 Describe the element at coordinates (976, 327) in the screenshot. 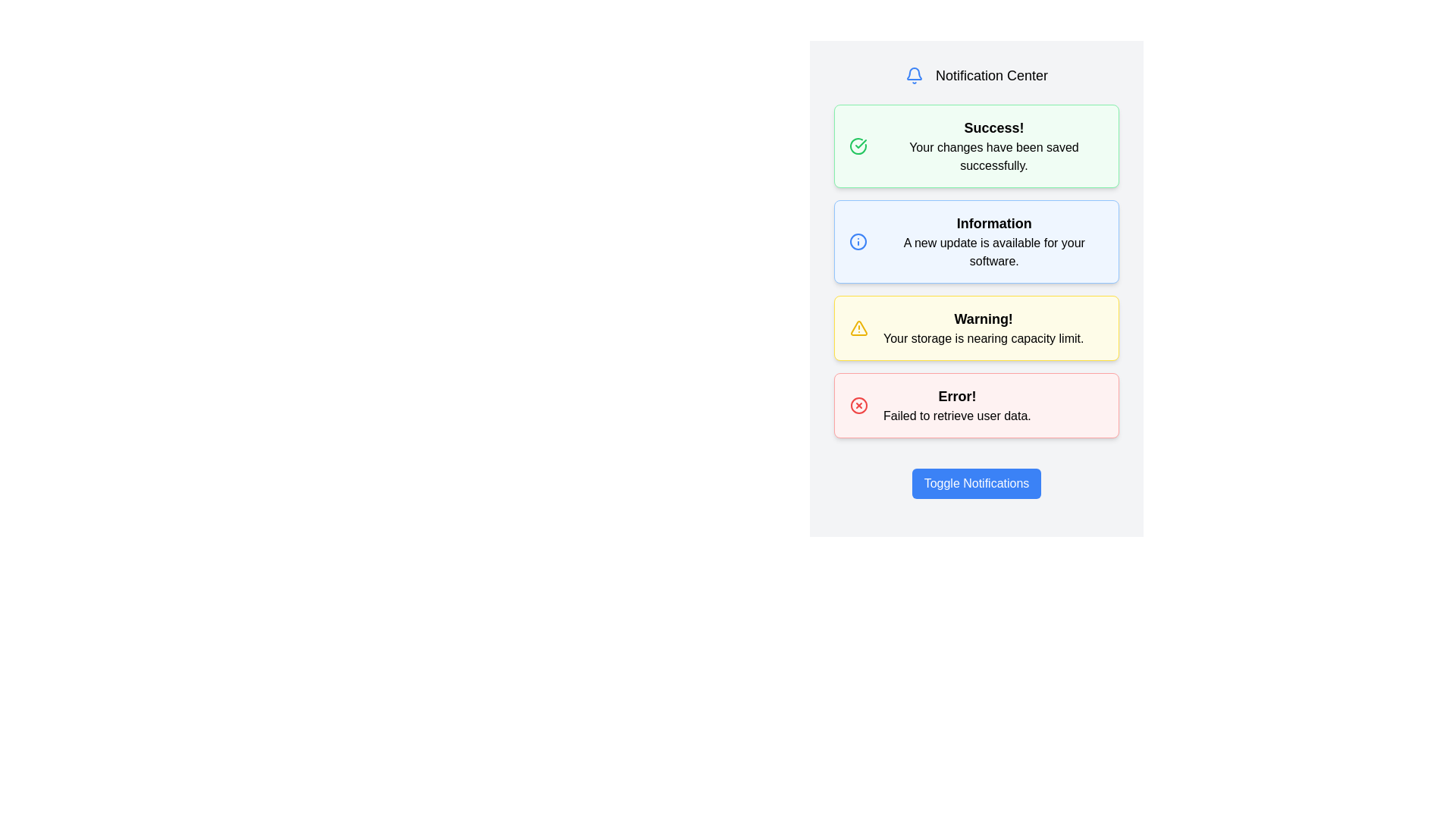

I see `text displayed within the Notification Box that alerts the user about storage capacity nearing its limit, positioned third in the Notification Center interface` at that location.